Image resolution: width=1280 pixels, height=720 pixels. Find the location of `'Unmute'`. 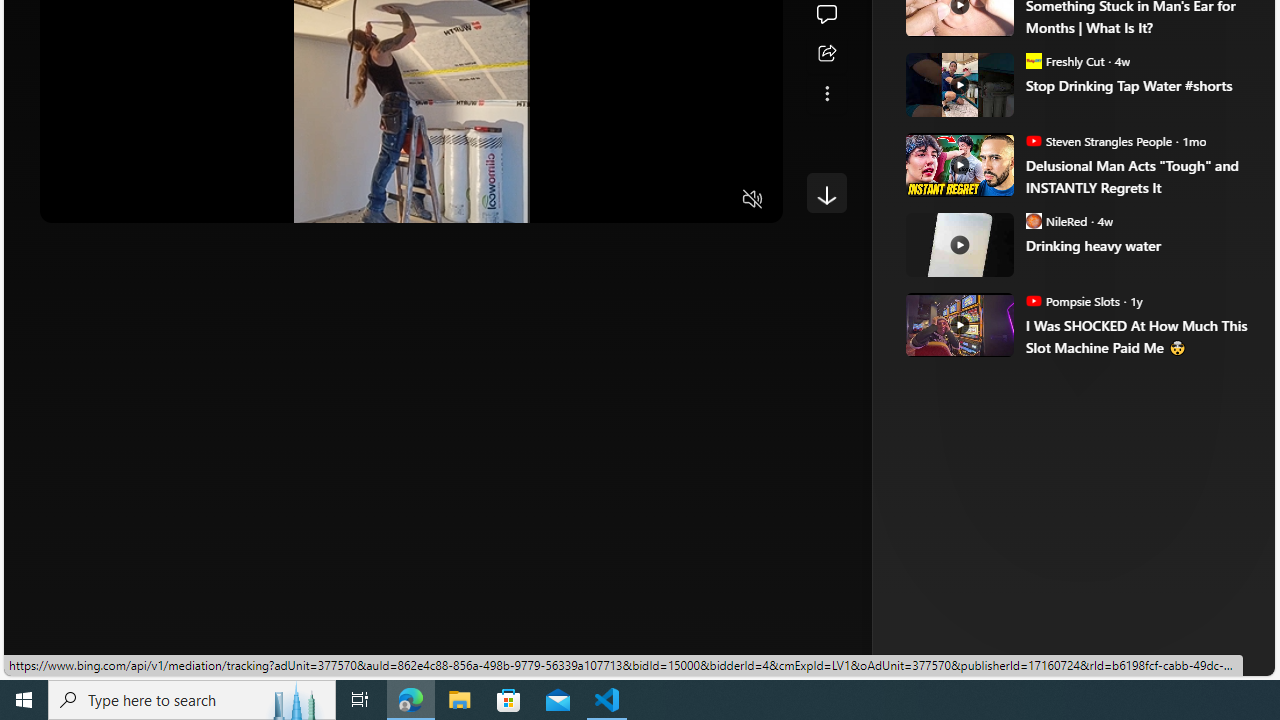

'Unmute' is located at coordinates (752, 200).